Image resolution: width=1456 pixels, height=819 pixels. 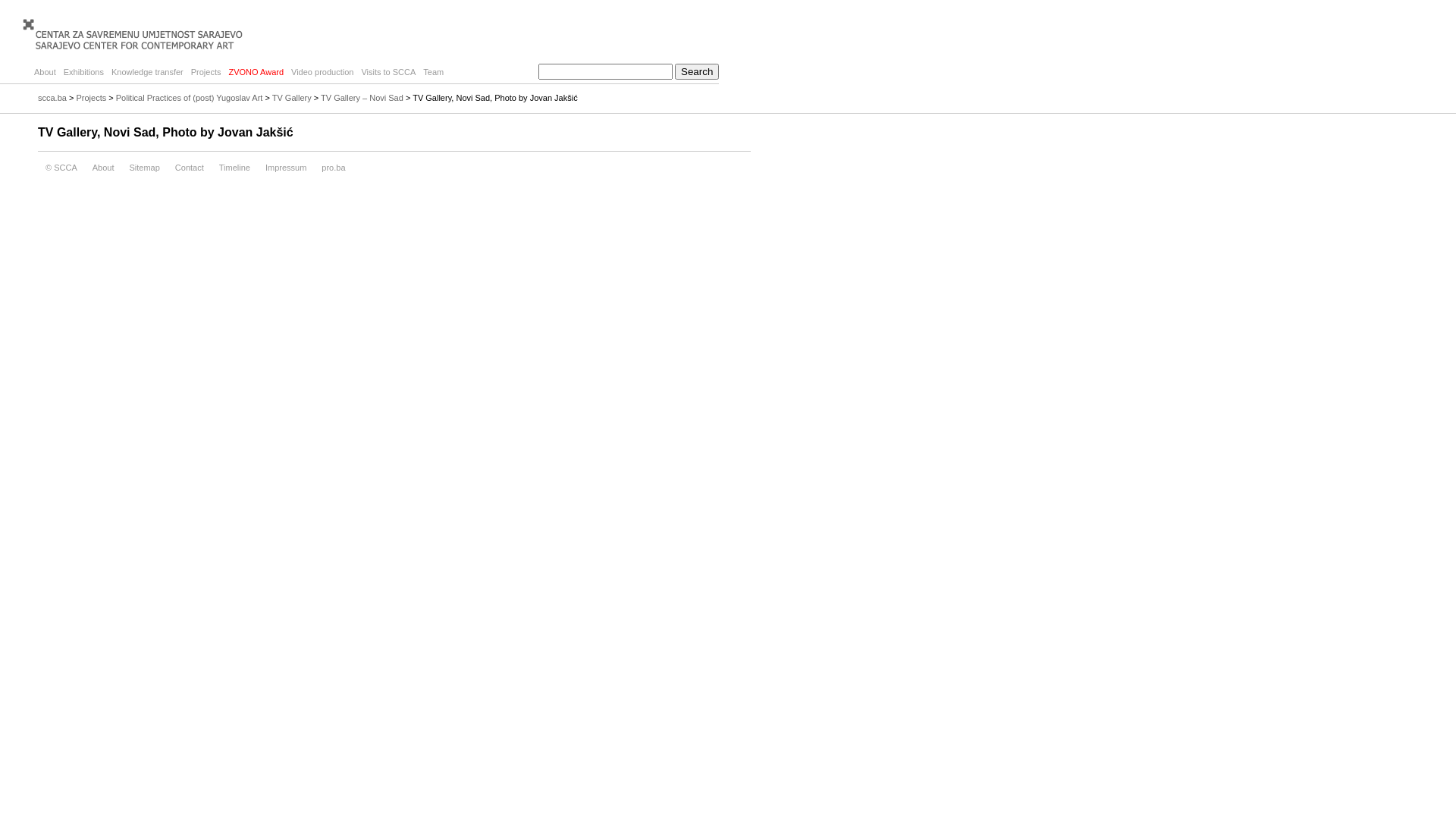 I want to click on 'ZVONO Award', so click(x=256, y=72).